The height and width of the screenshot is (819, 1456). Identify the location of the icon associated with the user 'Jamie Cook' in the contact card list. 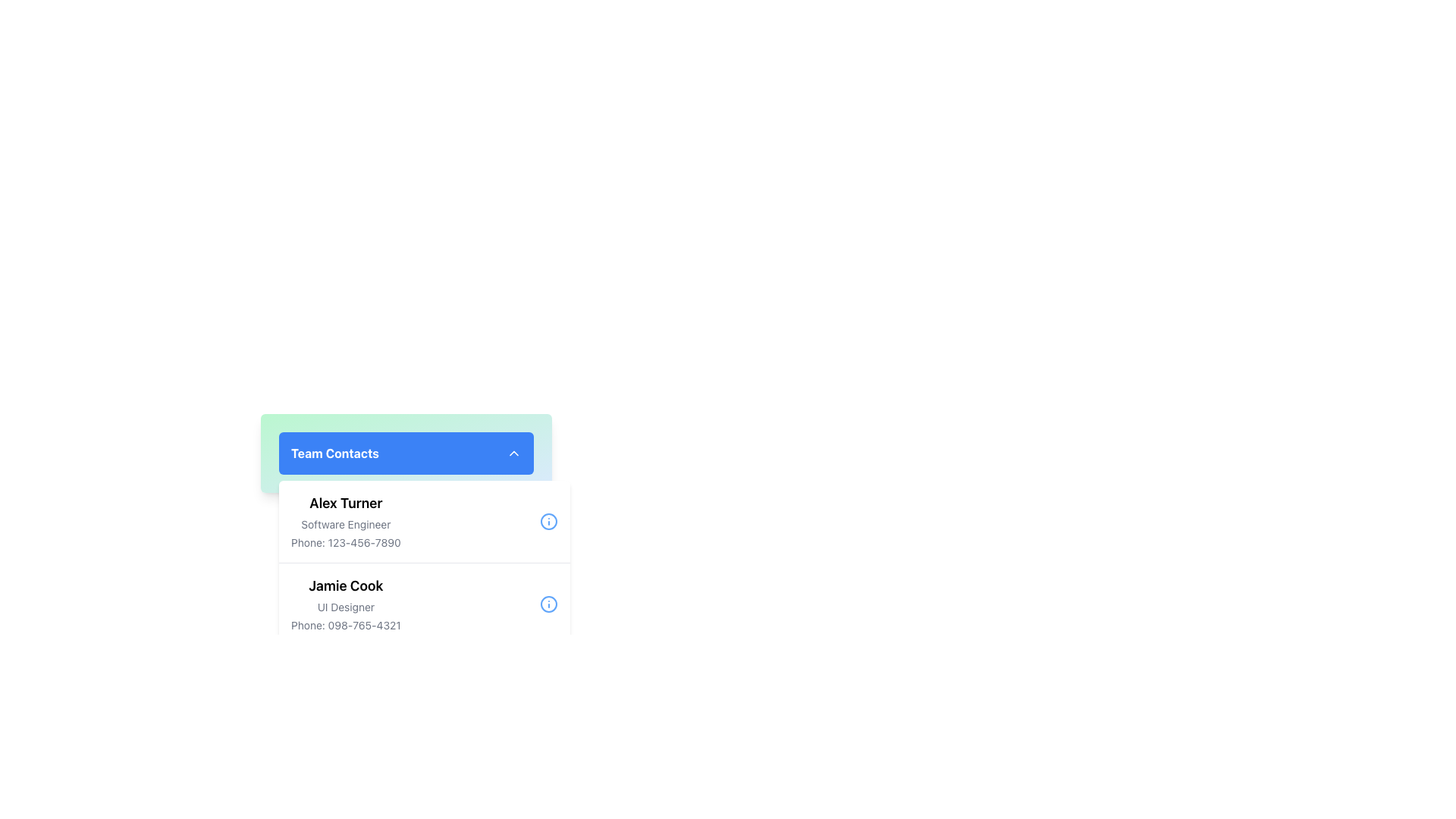
(548, 604).